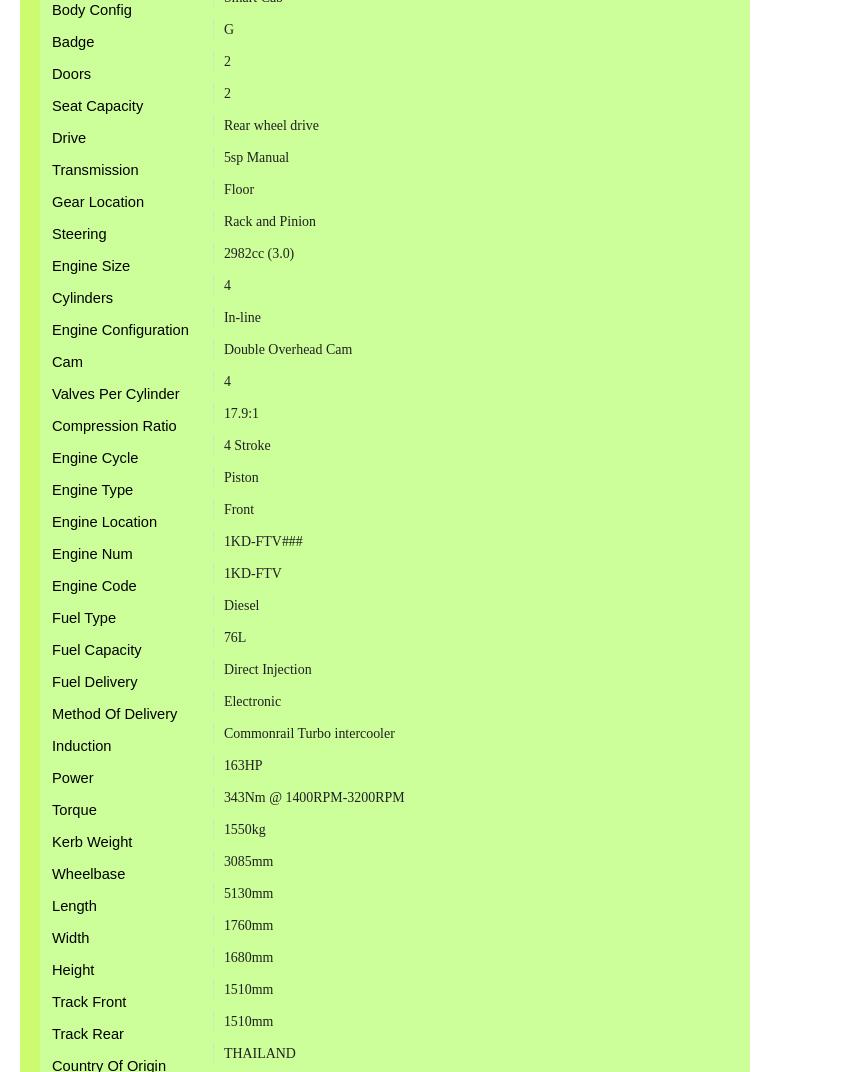 The width and height of the screenshot is (845, 1072). What do you see at coordinates (247, 955) in the screenshot?
I see `'1680mm'` at bounding box center [247, 955].